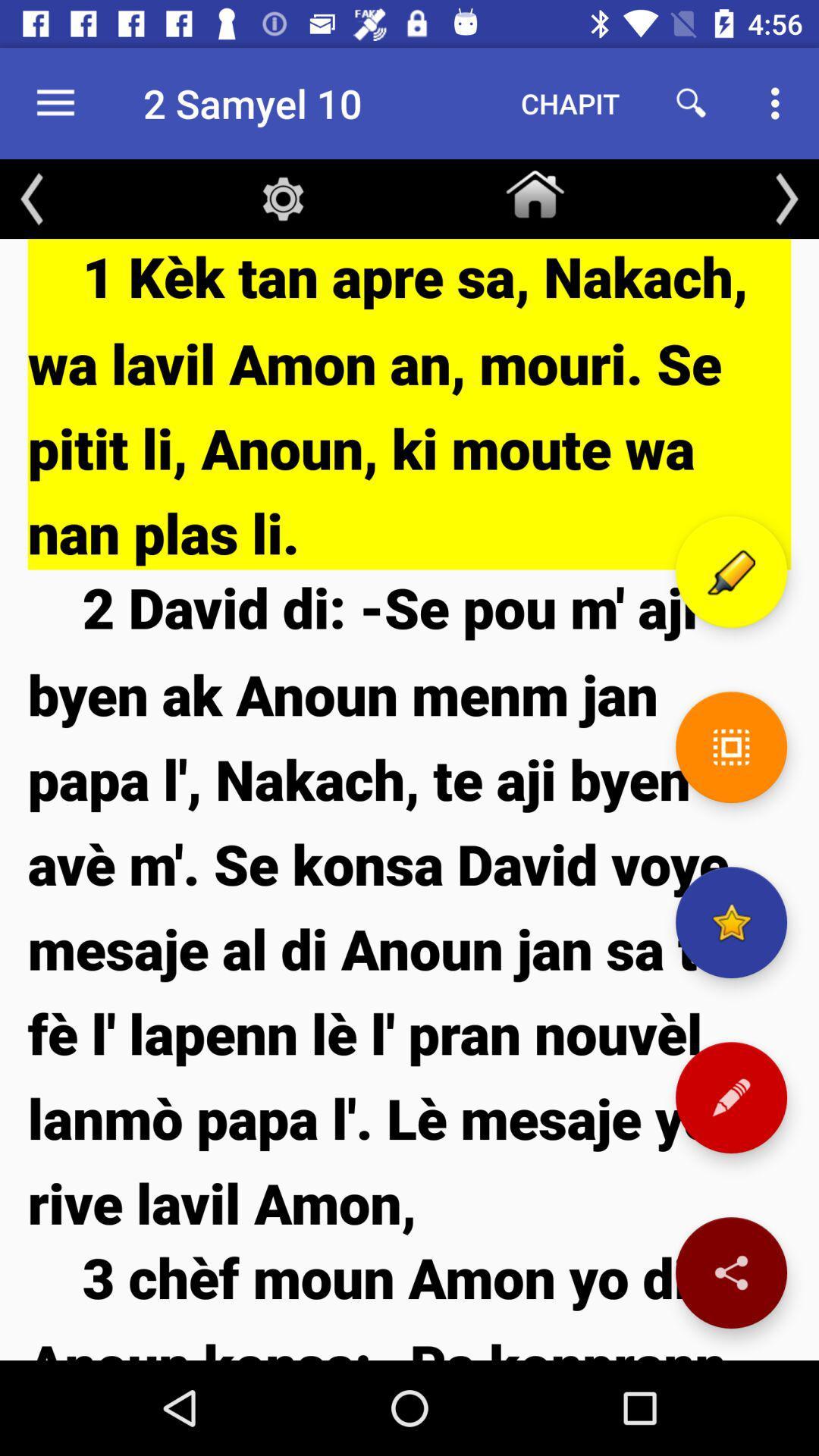 The width and height of the screenshot is (819, 1456). I want to click on item to the right of the 2 samyel 10, so click(570, 102).